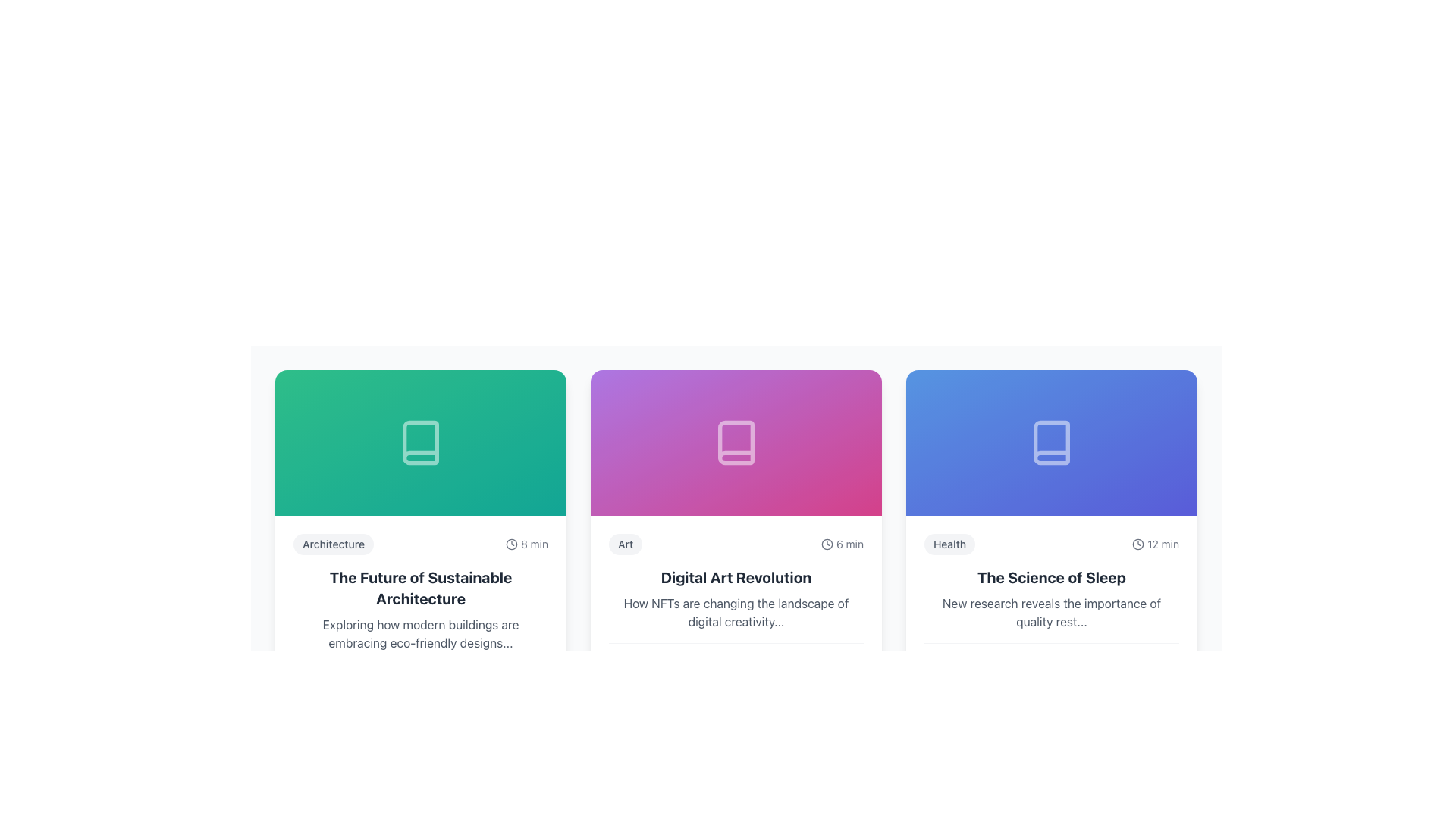  Describe the element at coordinates (1051, 543) in the screenshot. I see `content categorized under 'Health' with an anticipated reading time of '12 minutes', located at the top of the rightmost card section` at that location.